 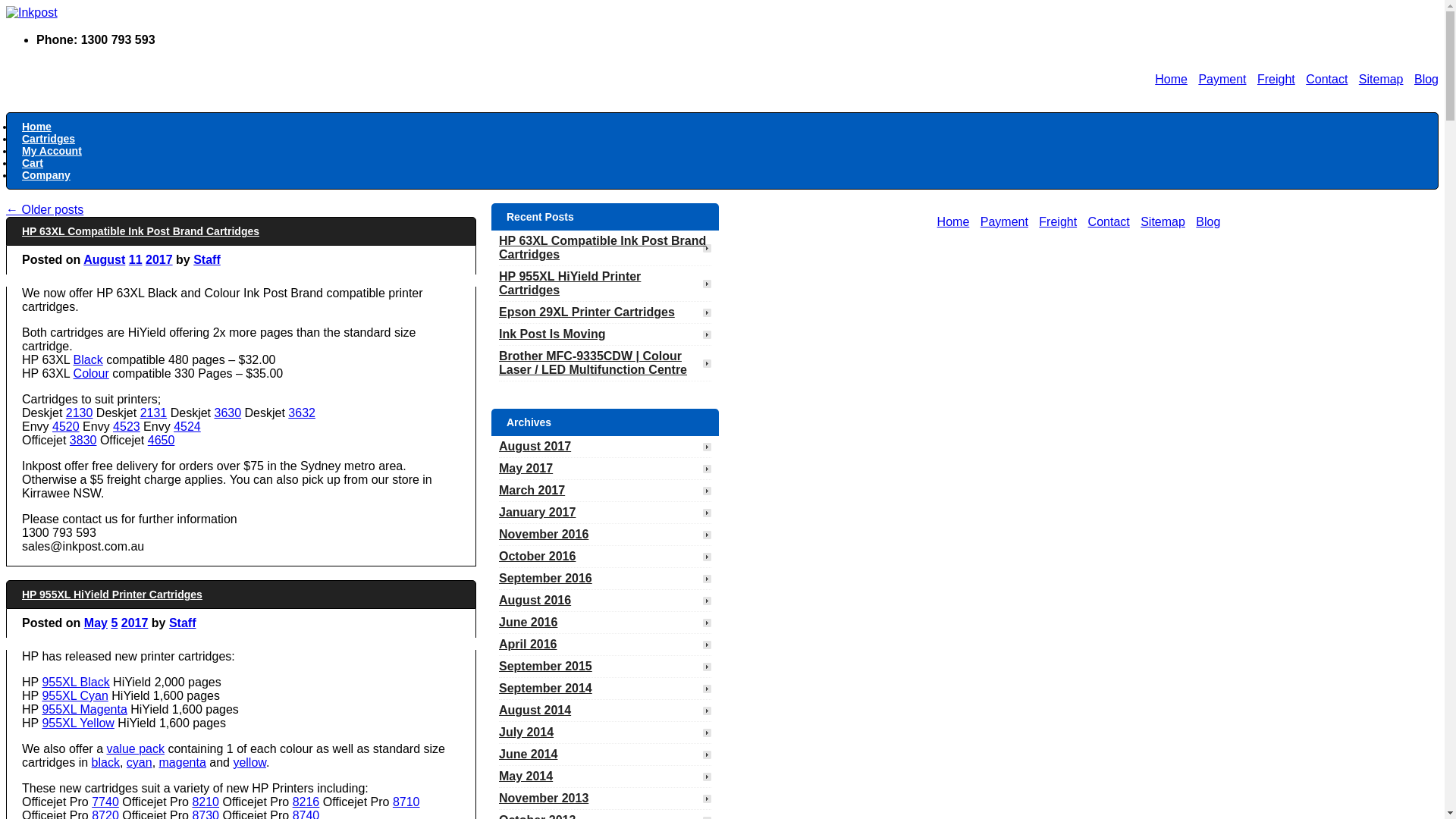 What do you see at coordinates (52, 151) in the screenshot?
I see `'My Account'` at bounding box center [52, 151].